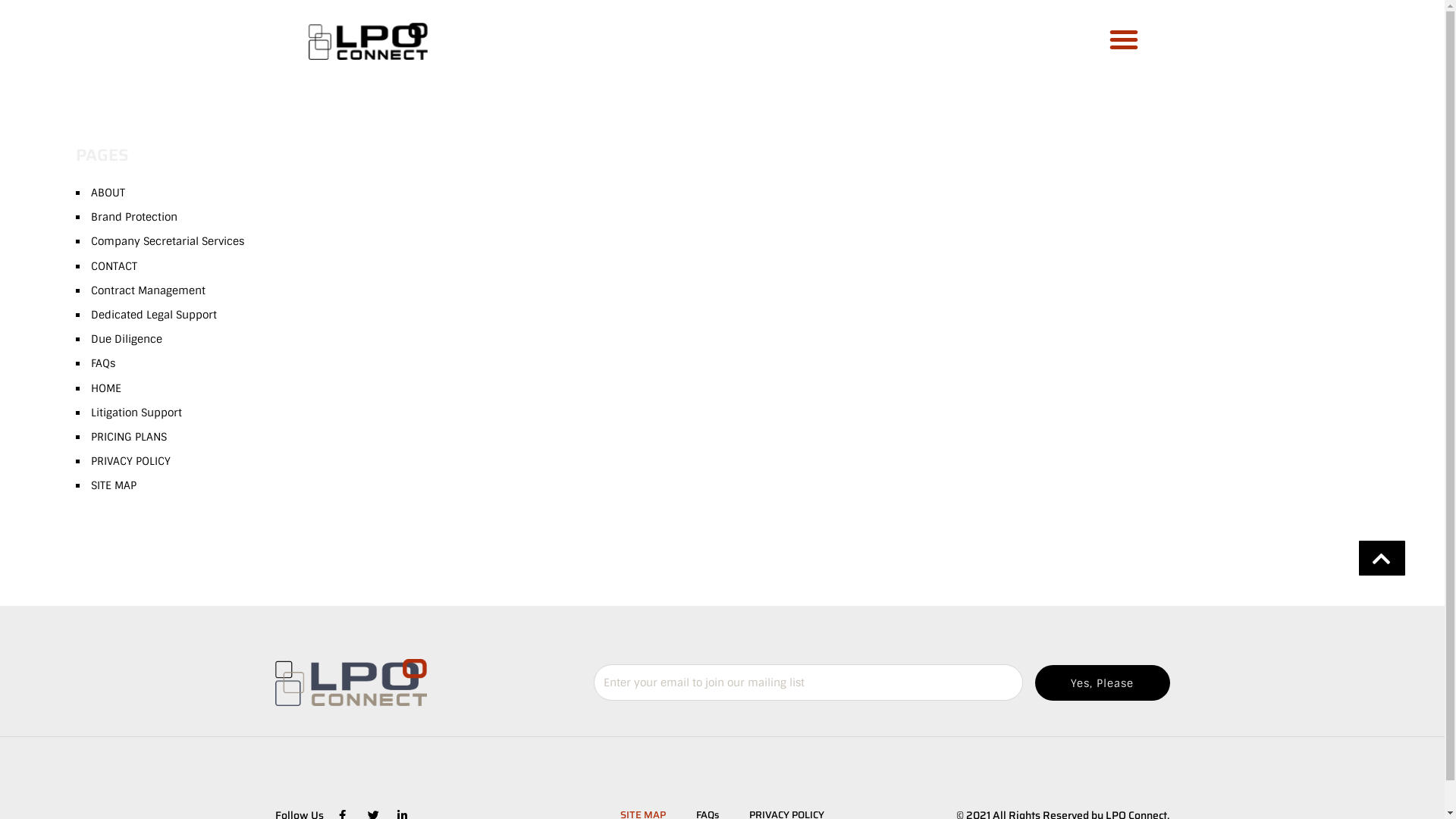 The width and height of the screenshot is (1456, 819). Describe the element at coordinates (130, 460) in the screenshot. I see `'PRIVACY POLICY'` at that location.